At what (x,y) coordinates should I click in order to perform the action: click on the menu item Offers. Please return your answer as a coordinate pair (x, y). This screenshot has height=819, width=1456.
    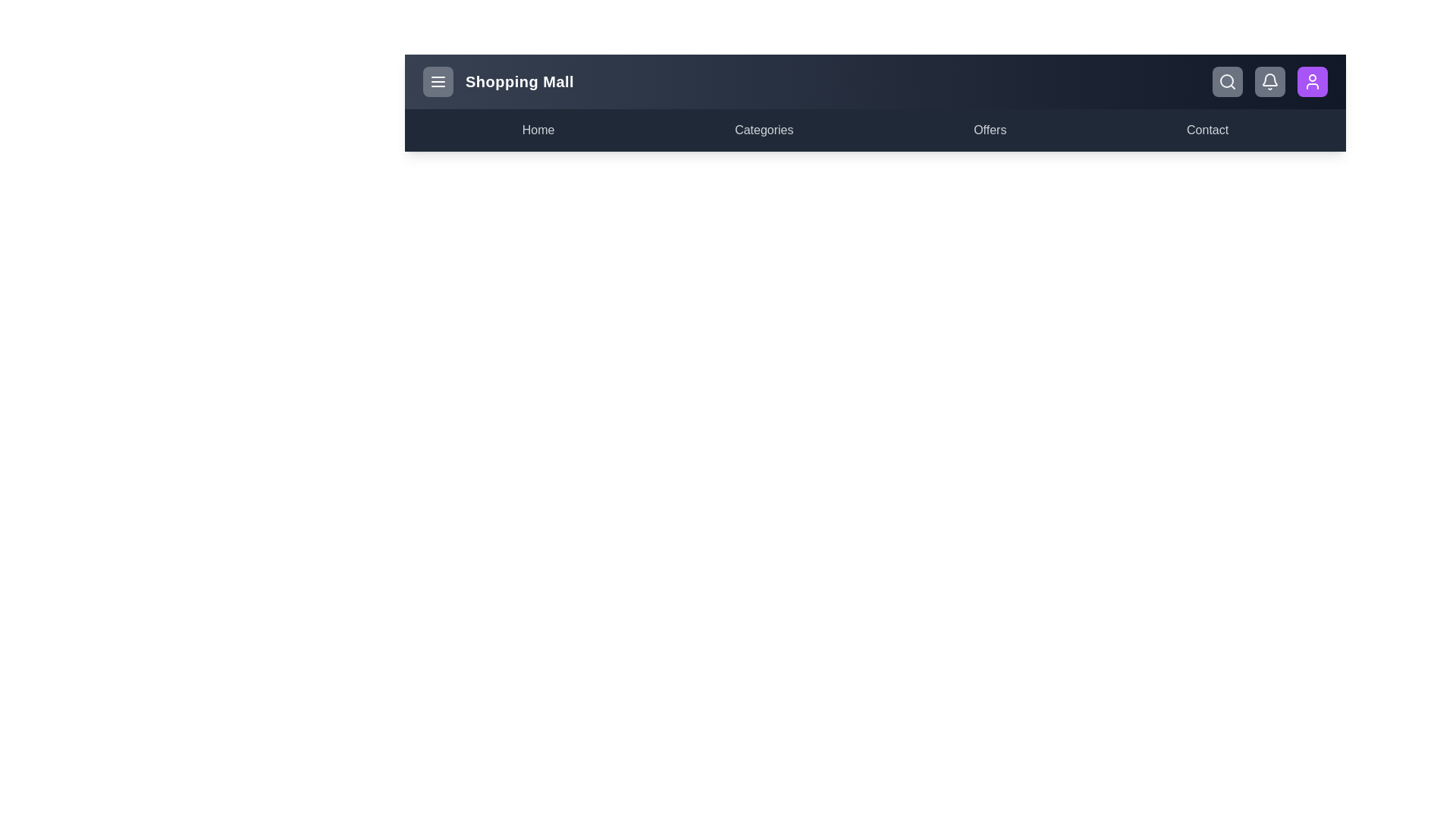
    Looking at the image, I should click on (990, 130).